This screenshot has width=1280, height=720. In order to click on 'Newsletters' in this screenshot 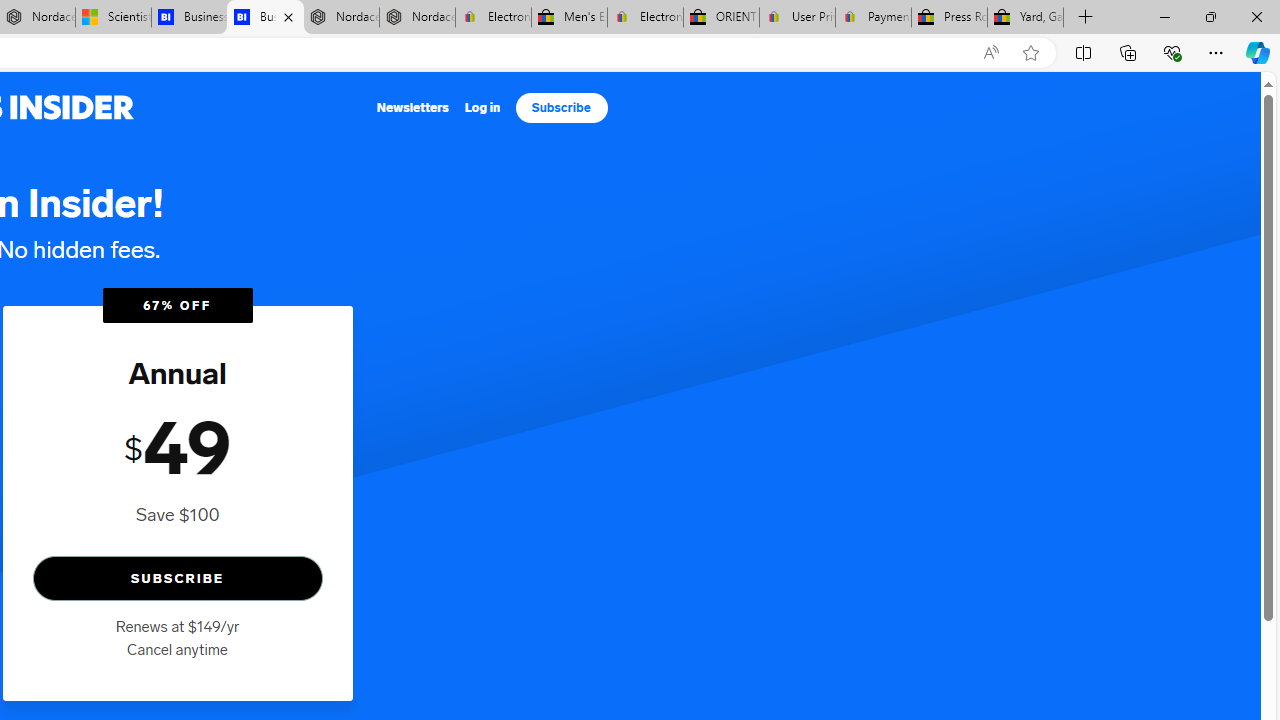, I will do `click(413, 108)`.